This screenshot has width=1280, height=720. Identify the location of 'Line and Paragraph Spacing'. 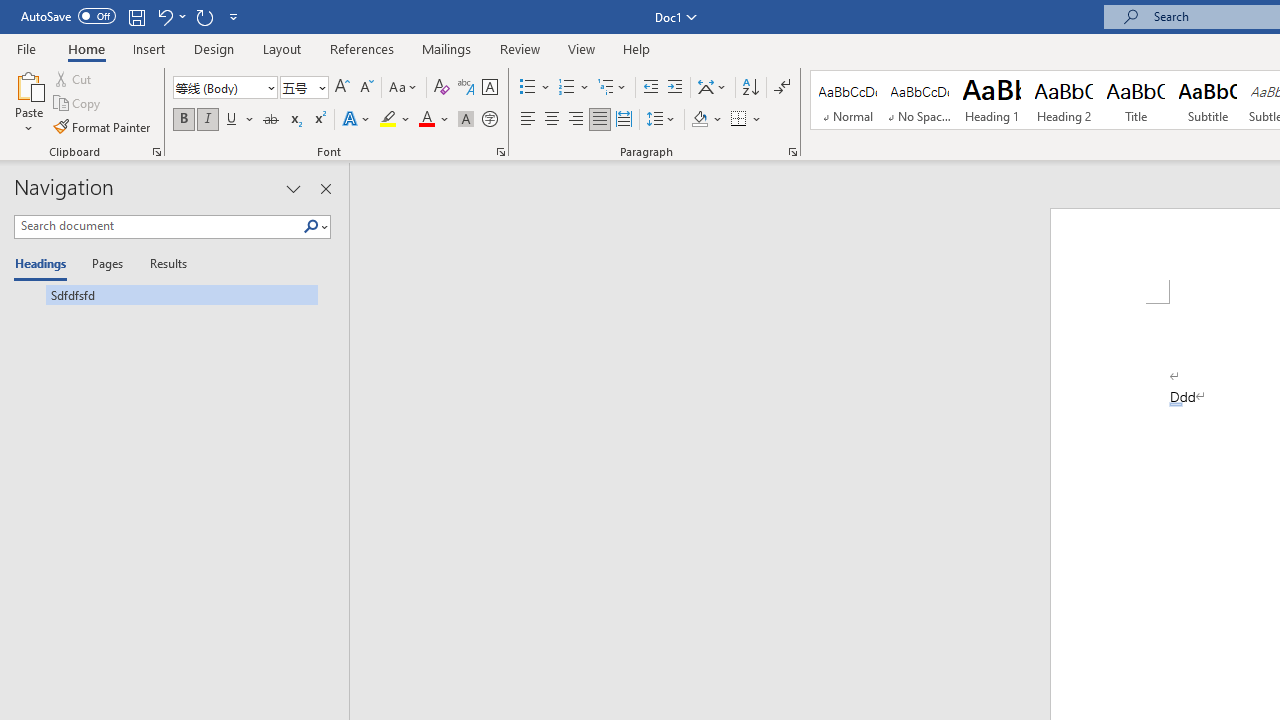
(661, 119).